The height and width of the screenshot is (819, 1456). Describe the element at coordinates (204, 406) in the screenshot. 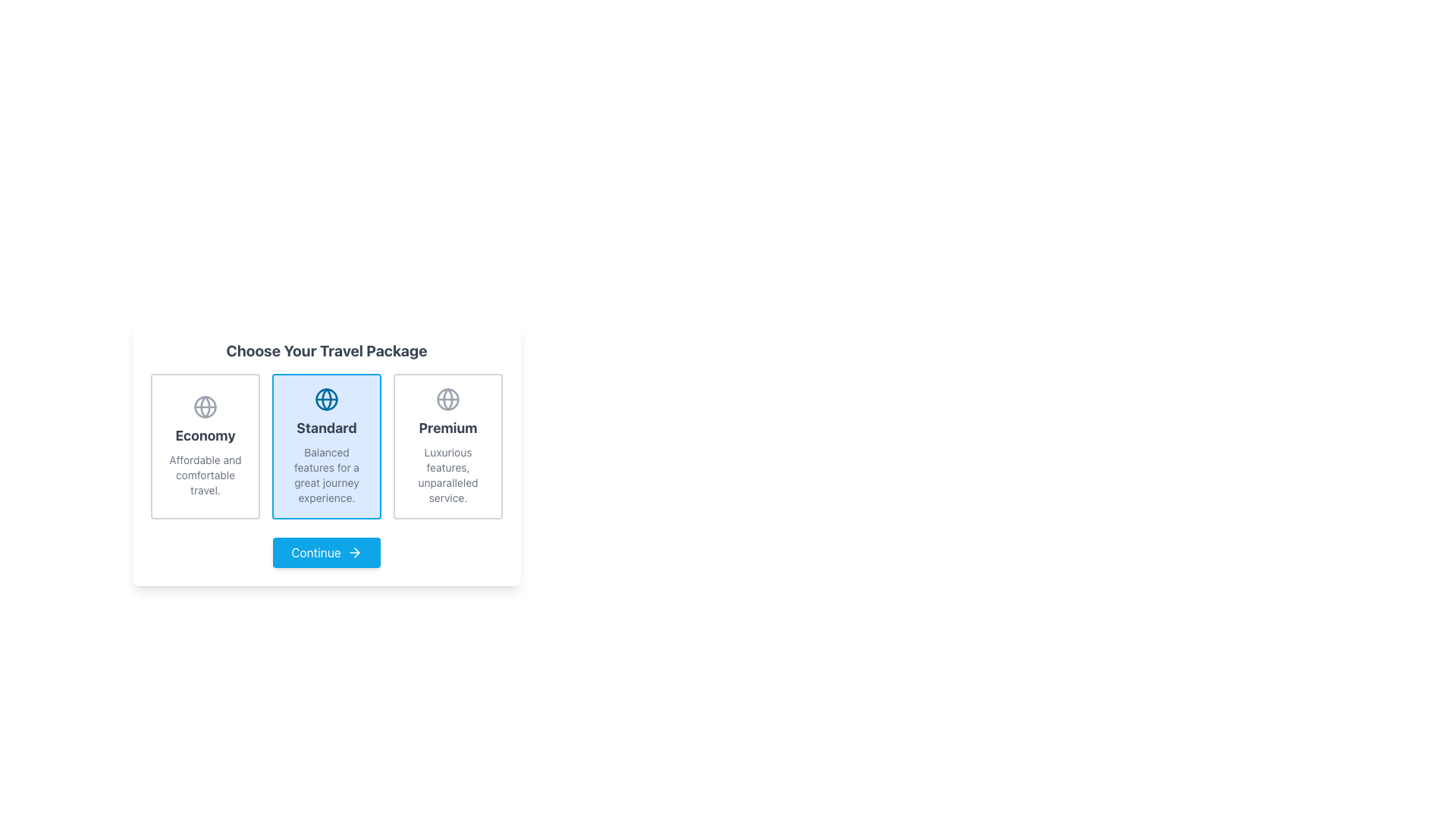

I see `the Decorative SVG icon representing the 'Standard' travel package` at that location.